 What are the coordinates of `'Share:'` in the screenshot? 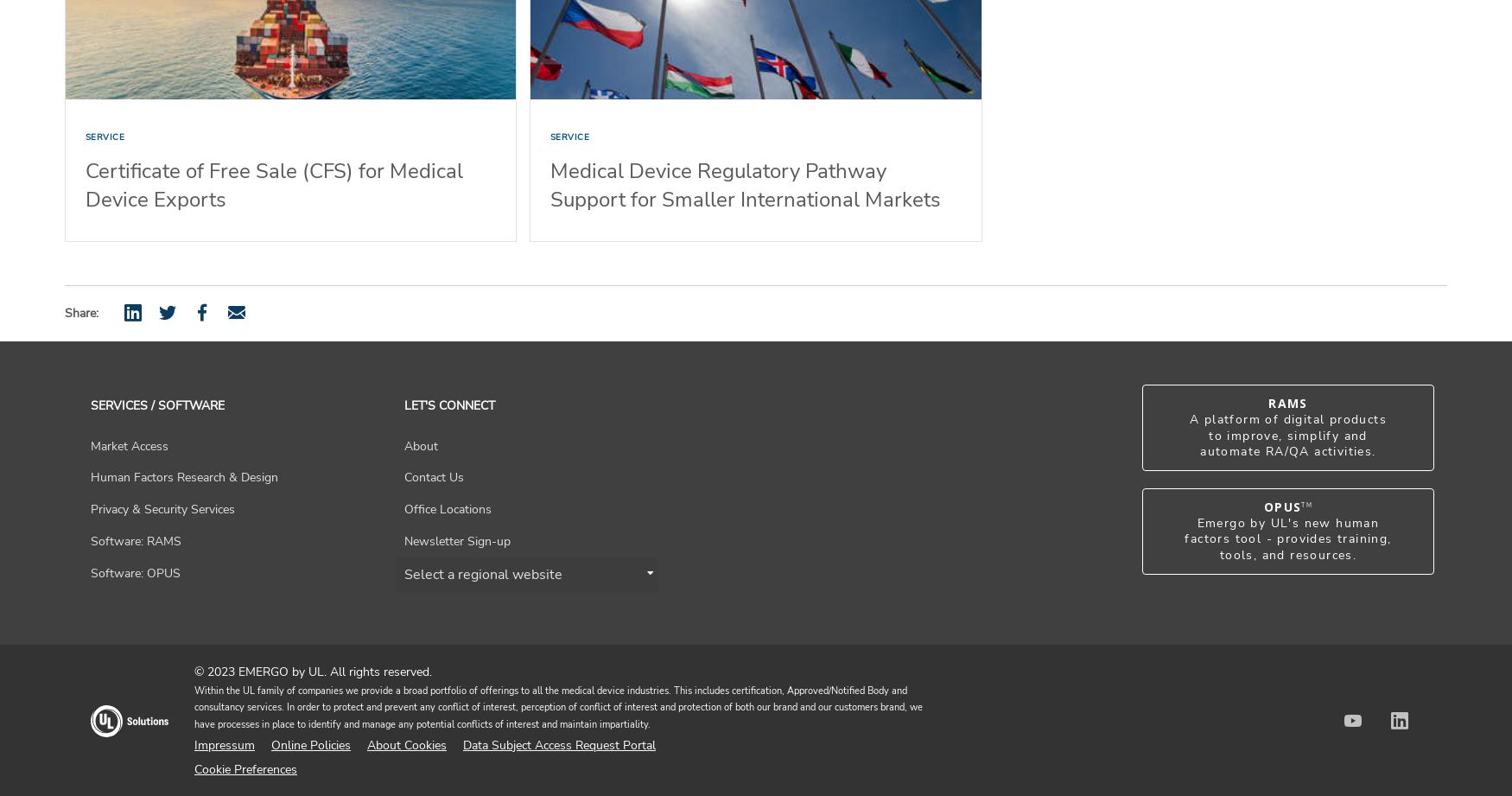 It's located at (81, 313).